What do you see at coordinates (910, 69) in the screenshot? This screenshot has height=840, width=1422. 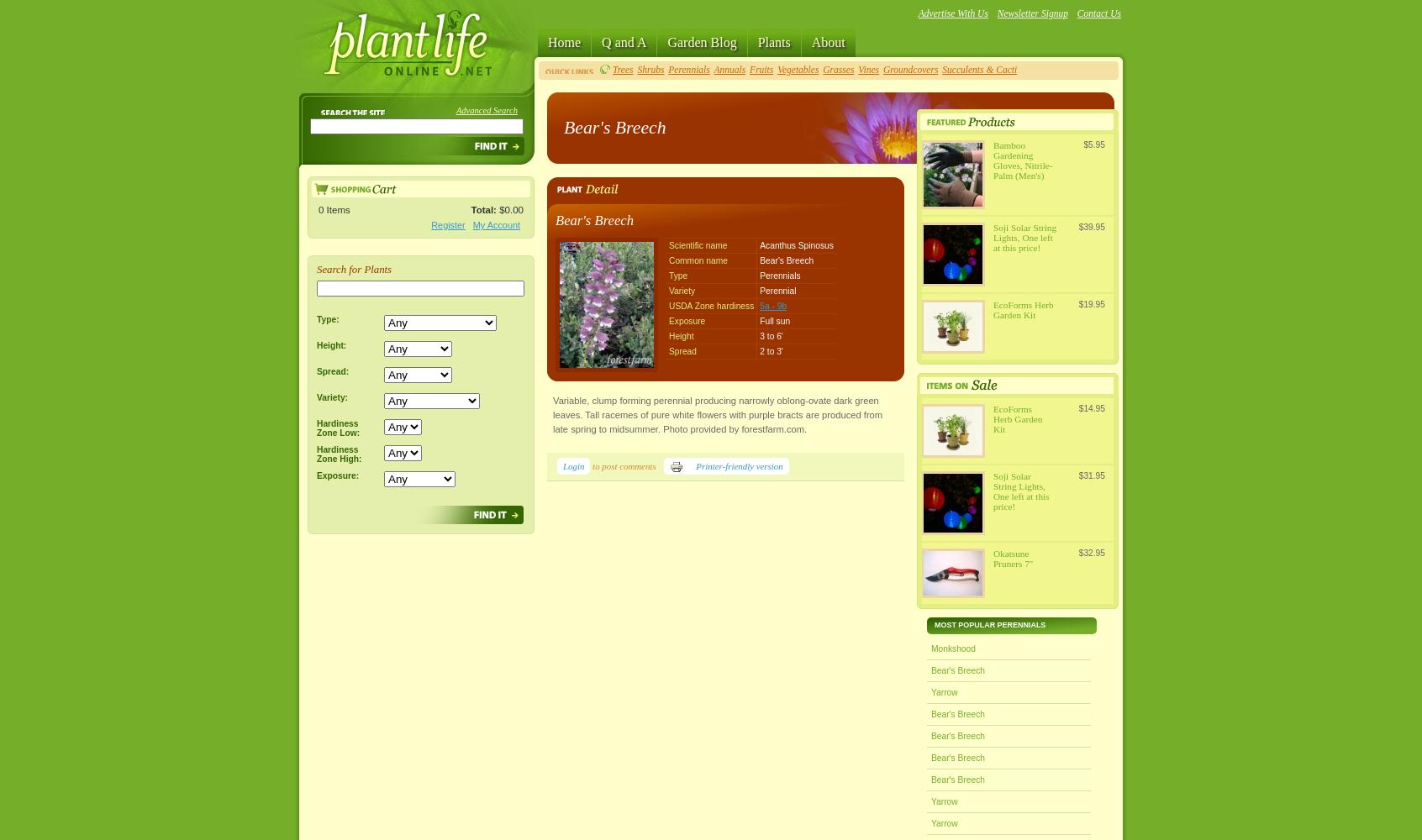 I see `'Groundcovers'` at bounding box center [910, 69].